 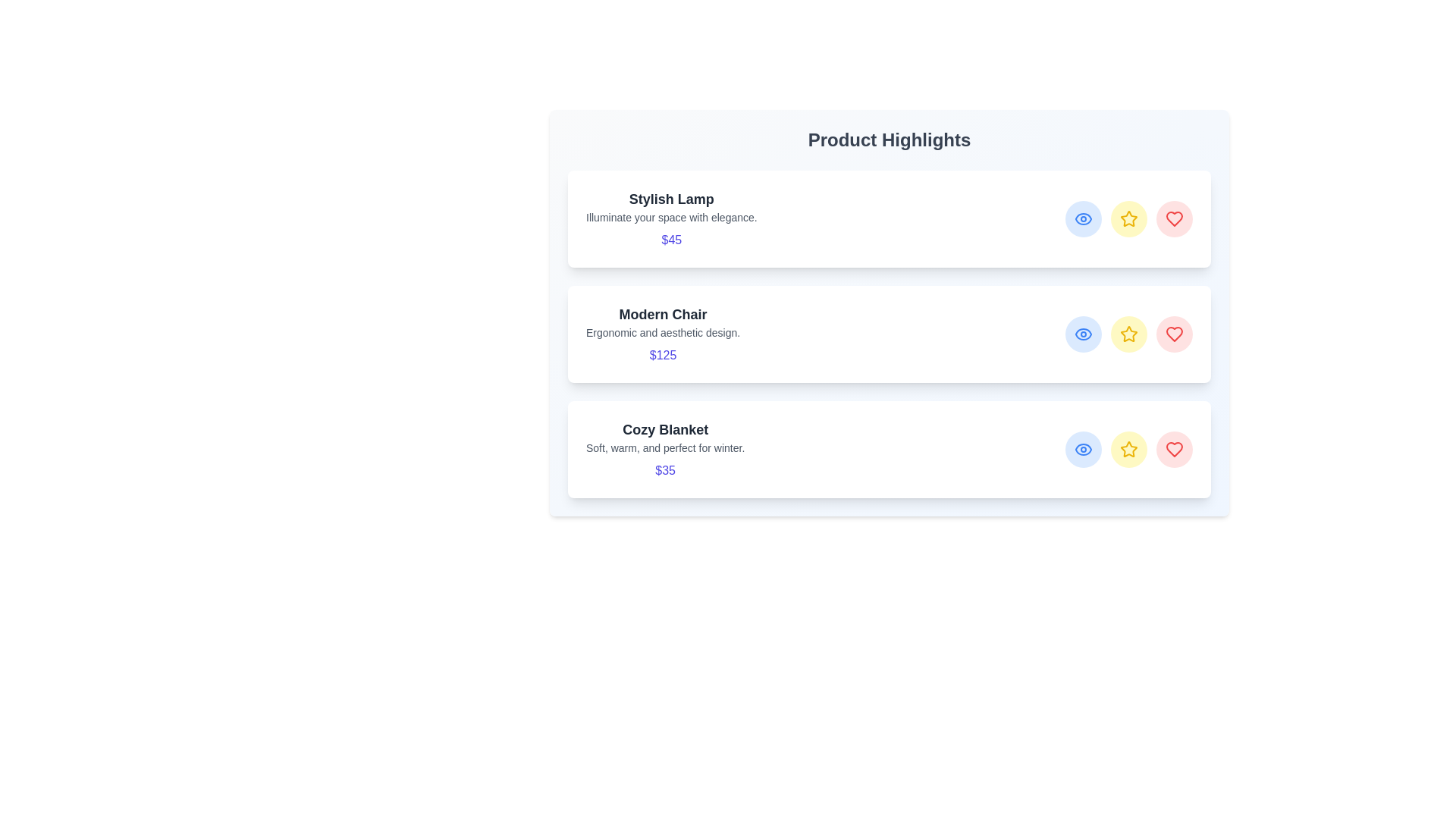 I want to click on the product Stylish Lamp to view its hover effects, so click(x=889, y=219).